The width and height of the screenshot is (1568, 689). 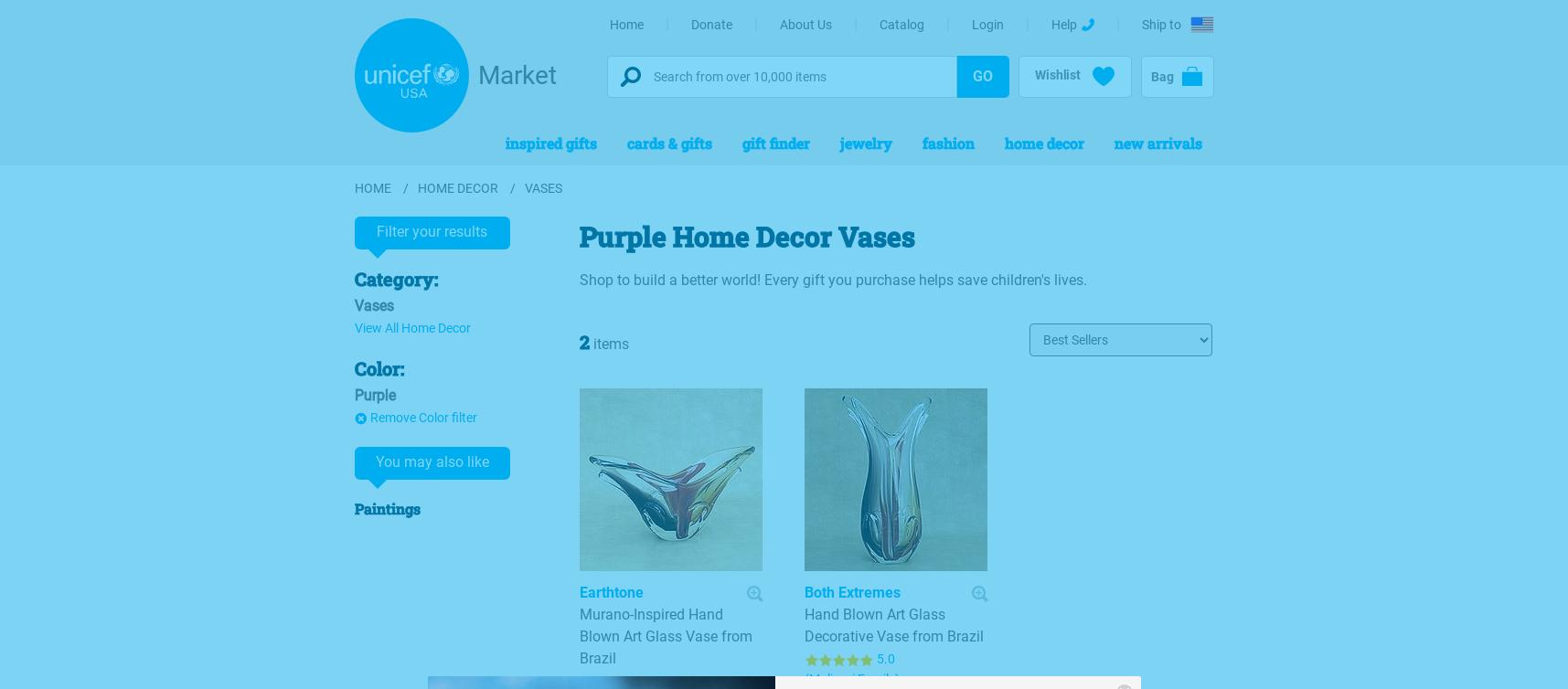 I want to click on 'About Us', so click(x=805, y=24).